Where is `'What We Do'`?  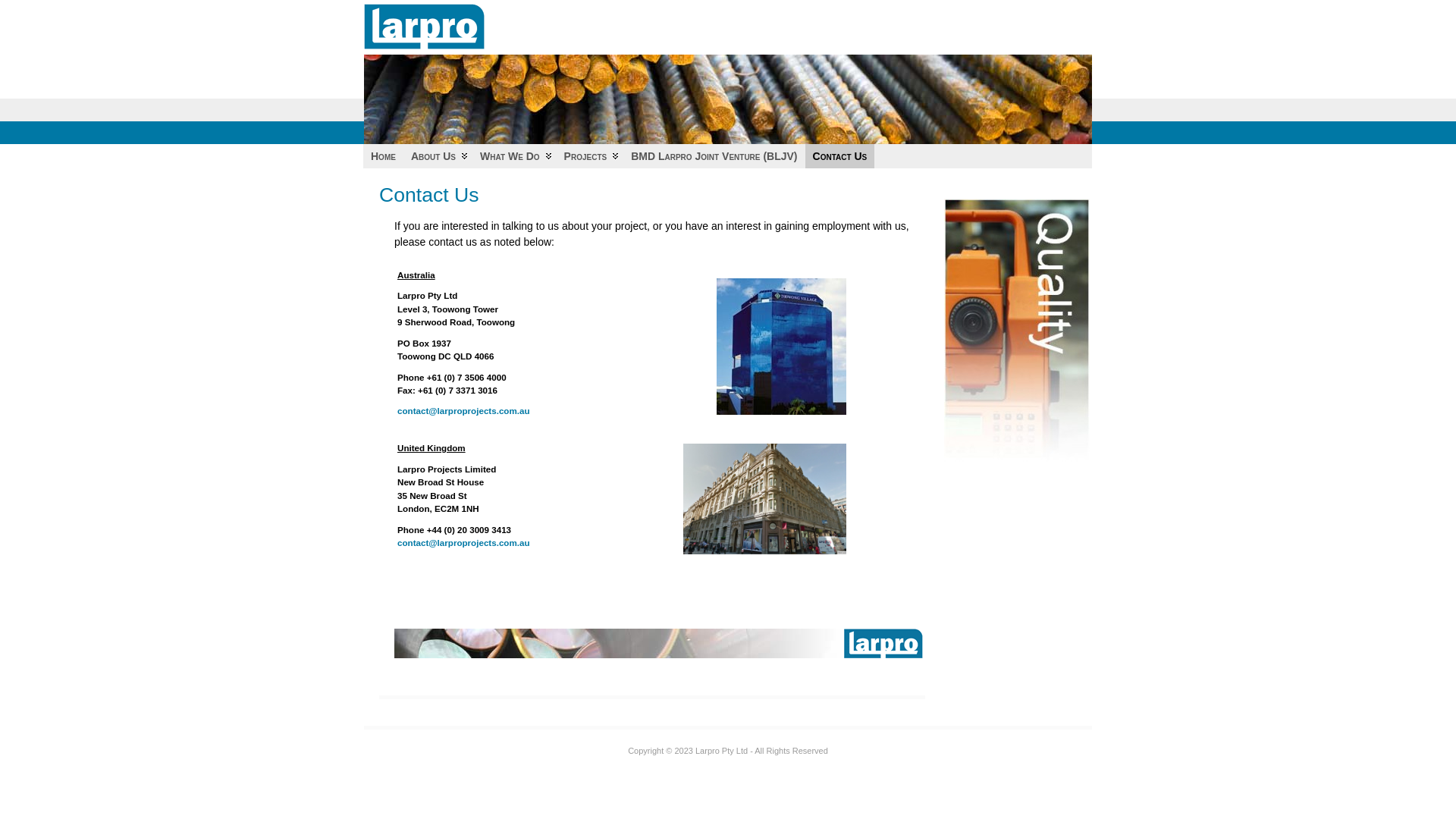
'What We Do' is located at coordinates (514, 155).